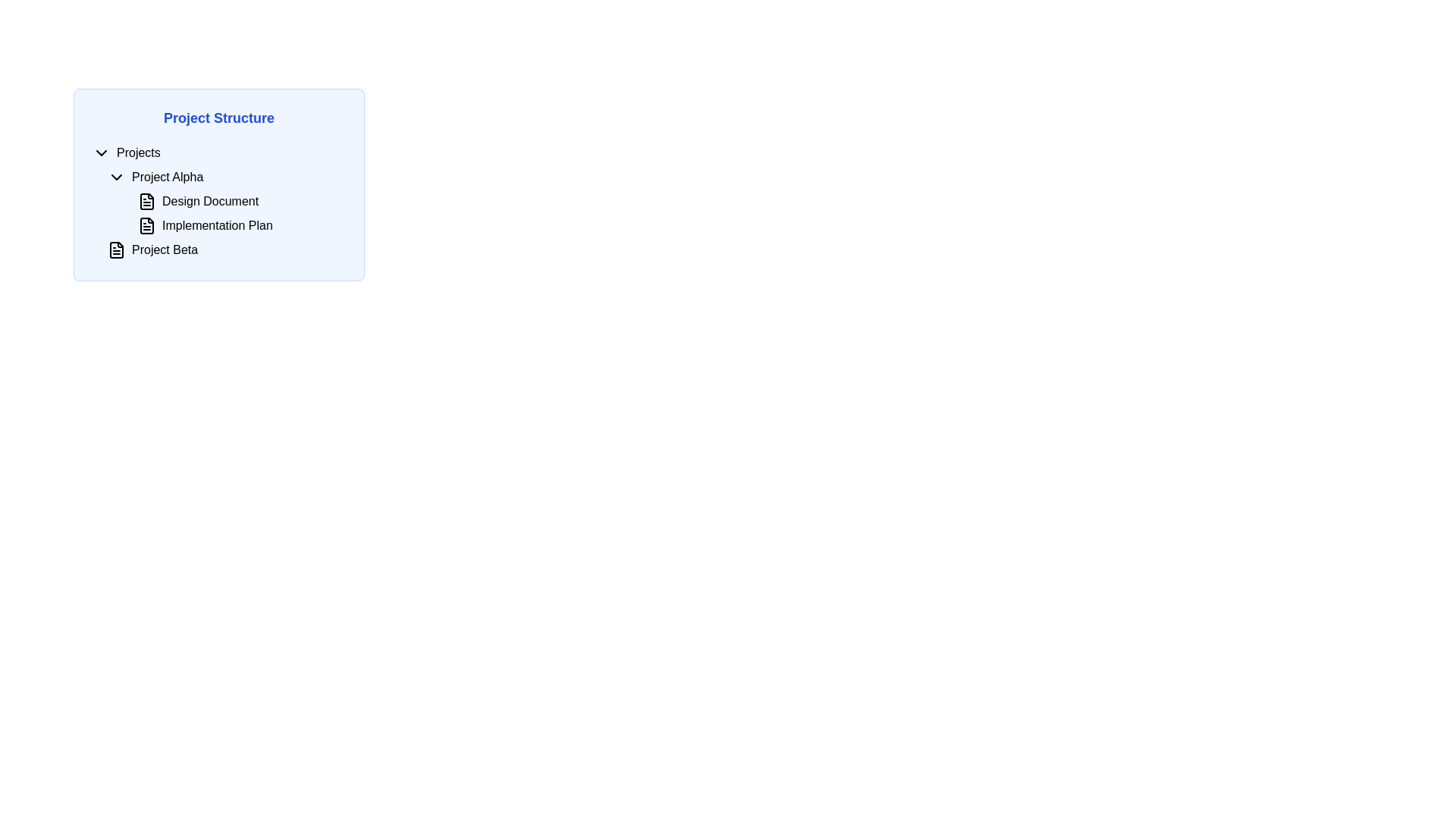 The height and width of the screenshot is (819, 1456). Describe the element at coordinates (115, 249) in the screenshot. I see `the SVG Icon representing the 'Project Beta' document, which is located to the left of the 'Project Beta' text label in the 'Projects' section of the 'Project Structure' panel` at that location.